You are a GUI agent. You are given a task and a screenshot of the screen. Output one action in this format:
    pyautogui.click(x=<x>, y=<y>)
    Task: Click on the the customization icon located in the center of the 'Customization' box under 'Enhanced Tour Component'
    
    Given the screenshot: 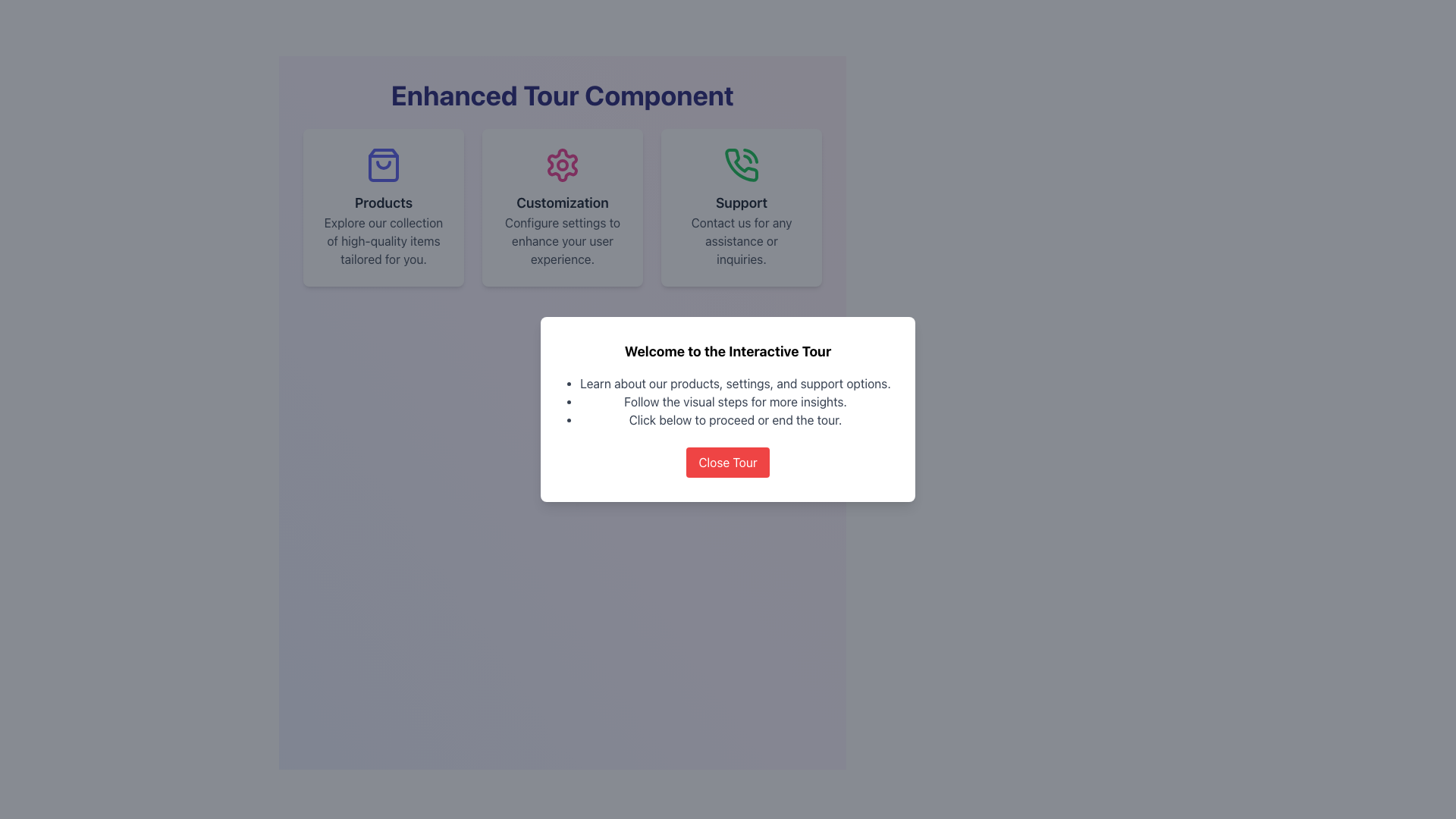 What is the action you would take?
    pyautogui.click(x=562, y=165)
    